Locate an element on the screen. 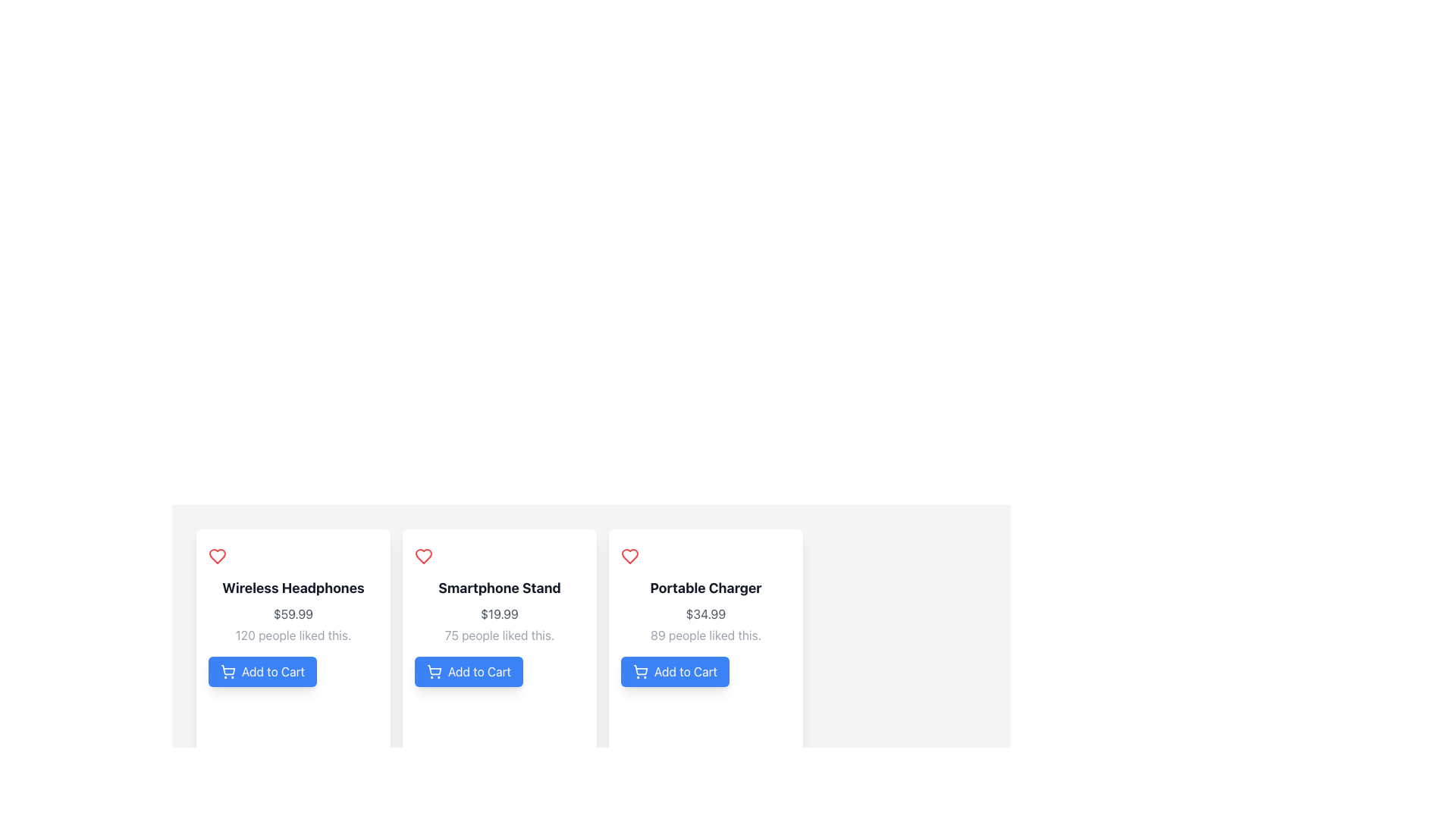  the static text label that displays the product's name, located in the third card just above the price and below the heart icon is located at coordinates (705, 587).